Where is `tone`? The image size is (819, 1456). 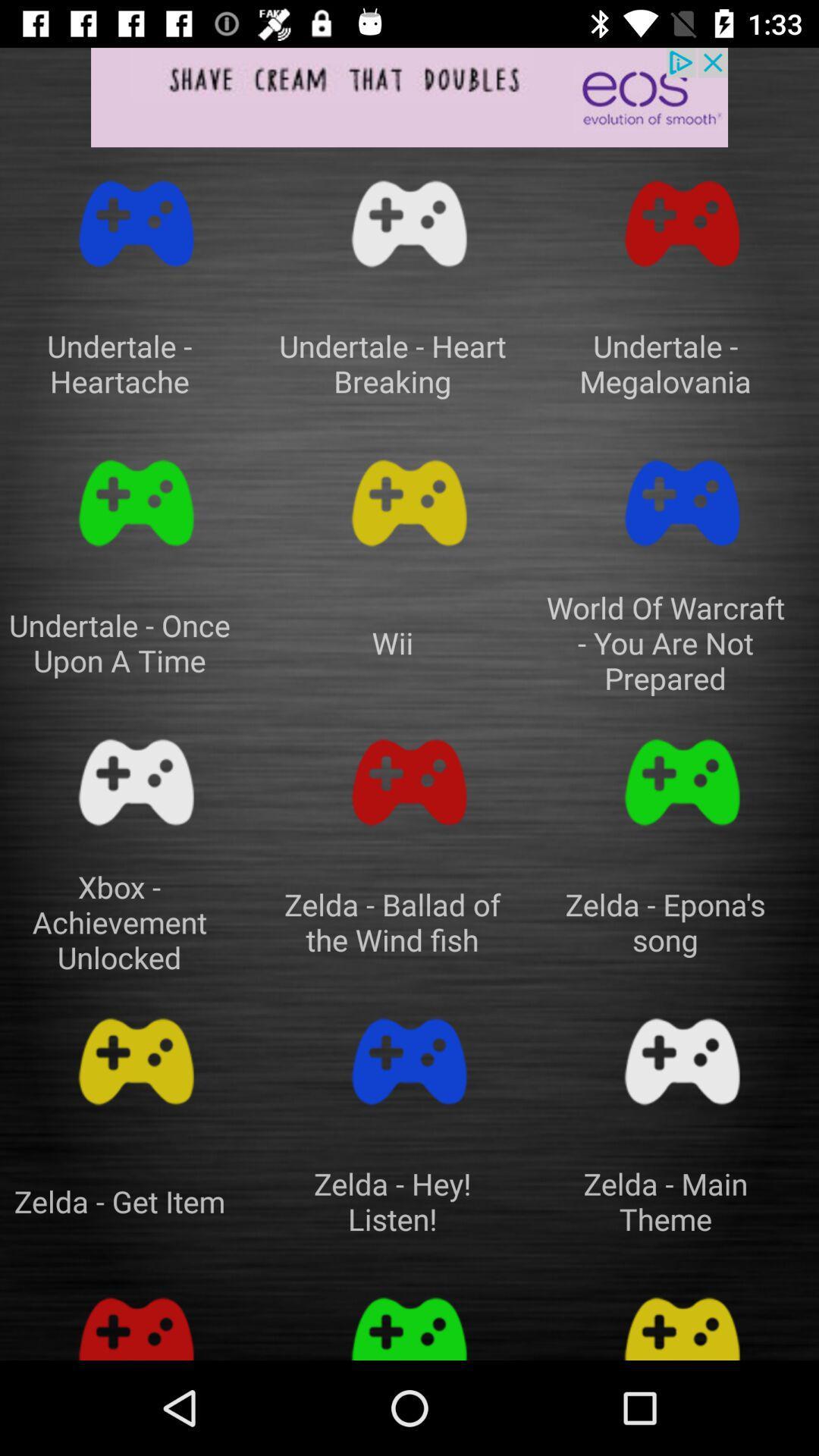
tone is located at coordinates (409, 1061).